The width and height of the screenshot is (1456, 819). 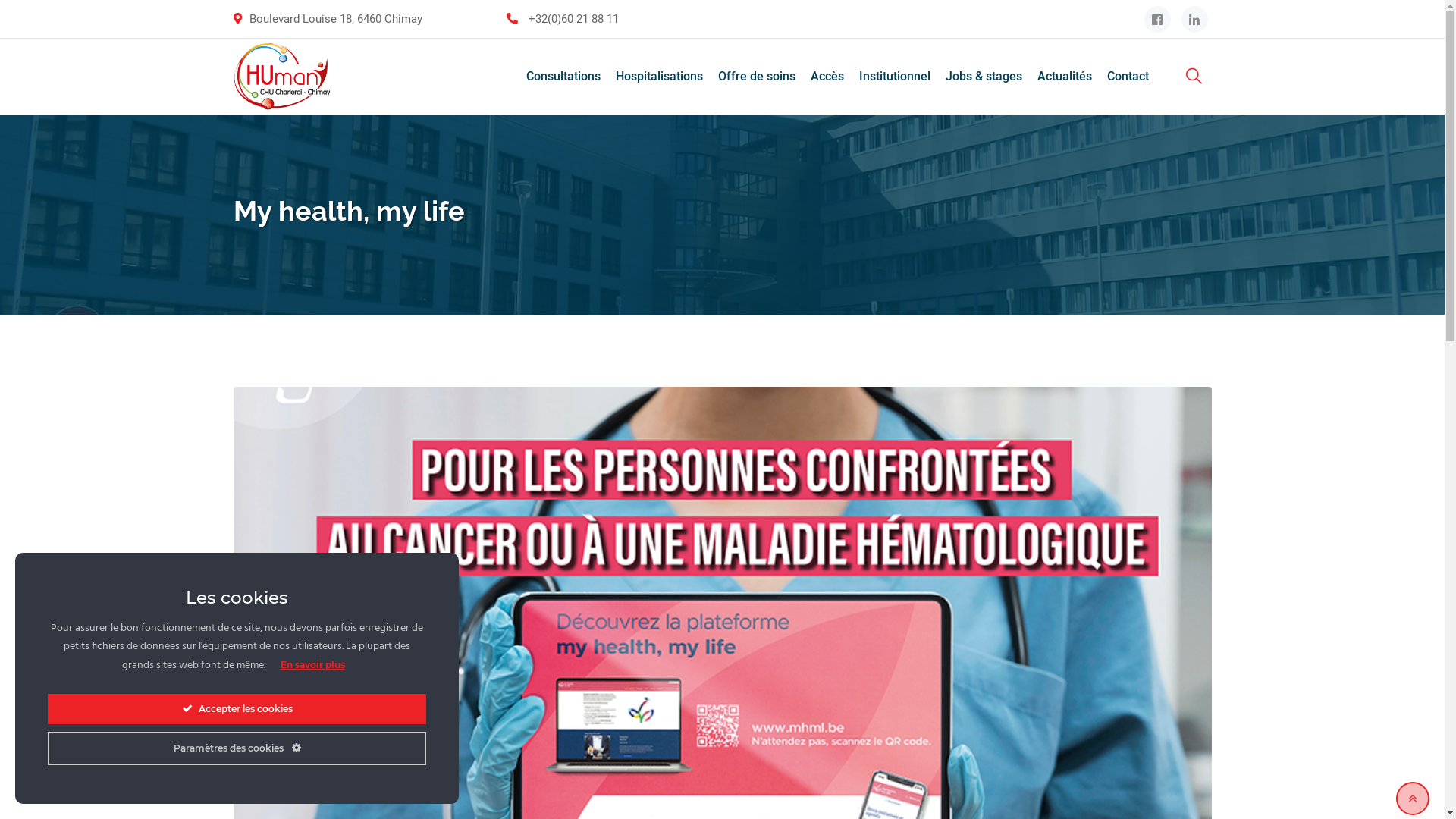 What do you see at coordinates (1128, 76) in the screenshot?
I see `'Contact'` at bounding box center [1128, 76].